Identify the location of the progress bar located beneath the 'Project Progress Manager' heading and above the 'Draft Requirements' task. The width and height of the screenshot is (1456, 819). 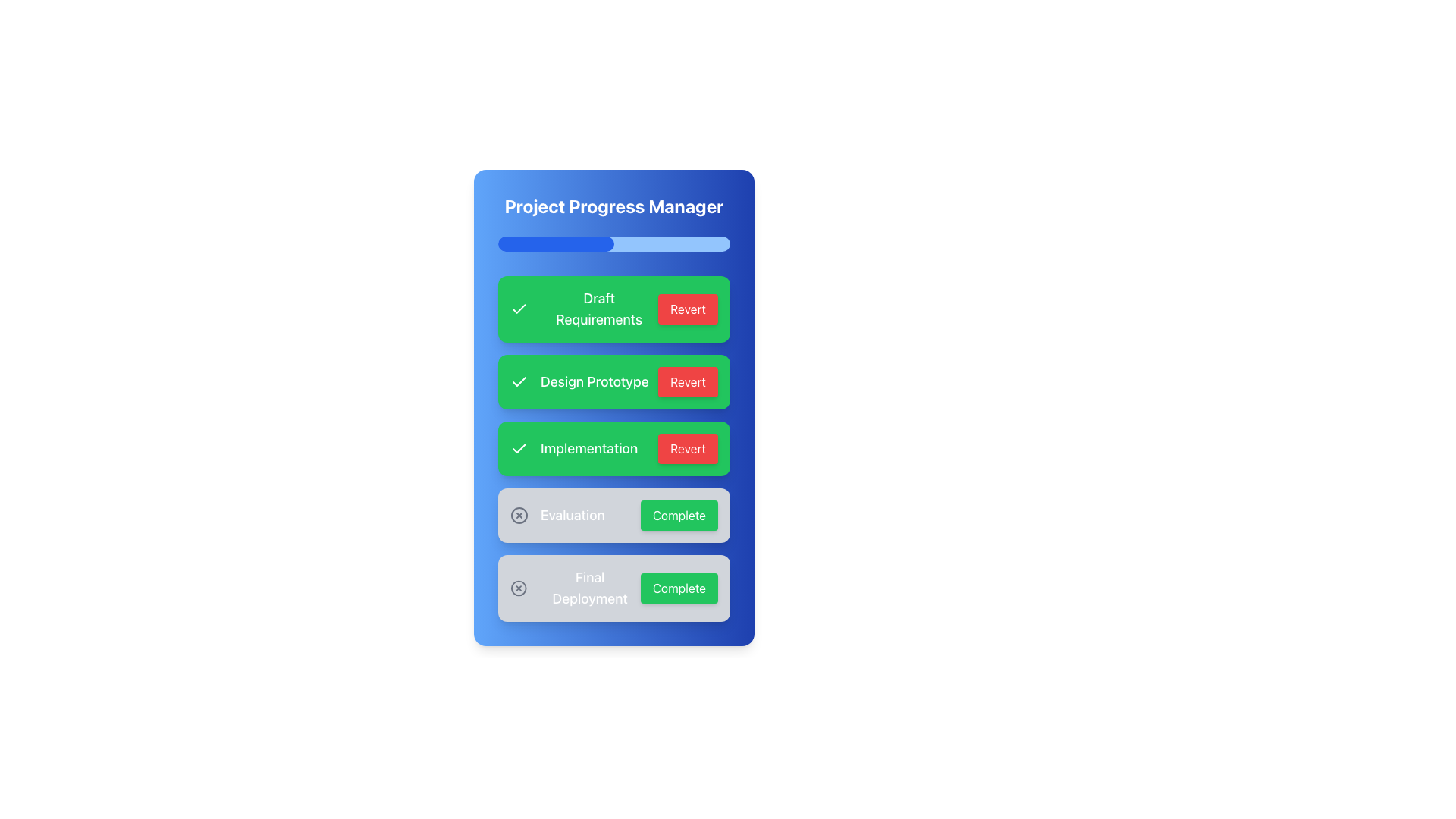
(614, 243).